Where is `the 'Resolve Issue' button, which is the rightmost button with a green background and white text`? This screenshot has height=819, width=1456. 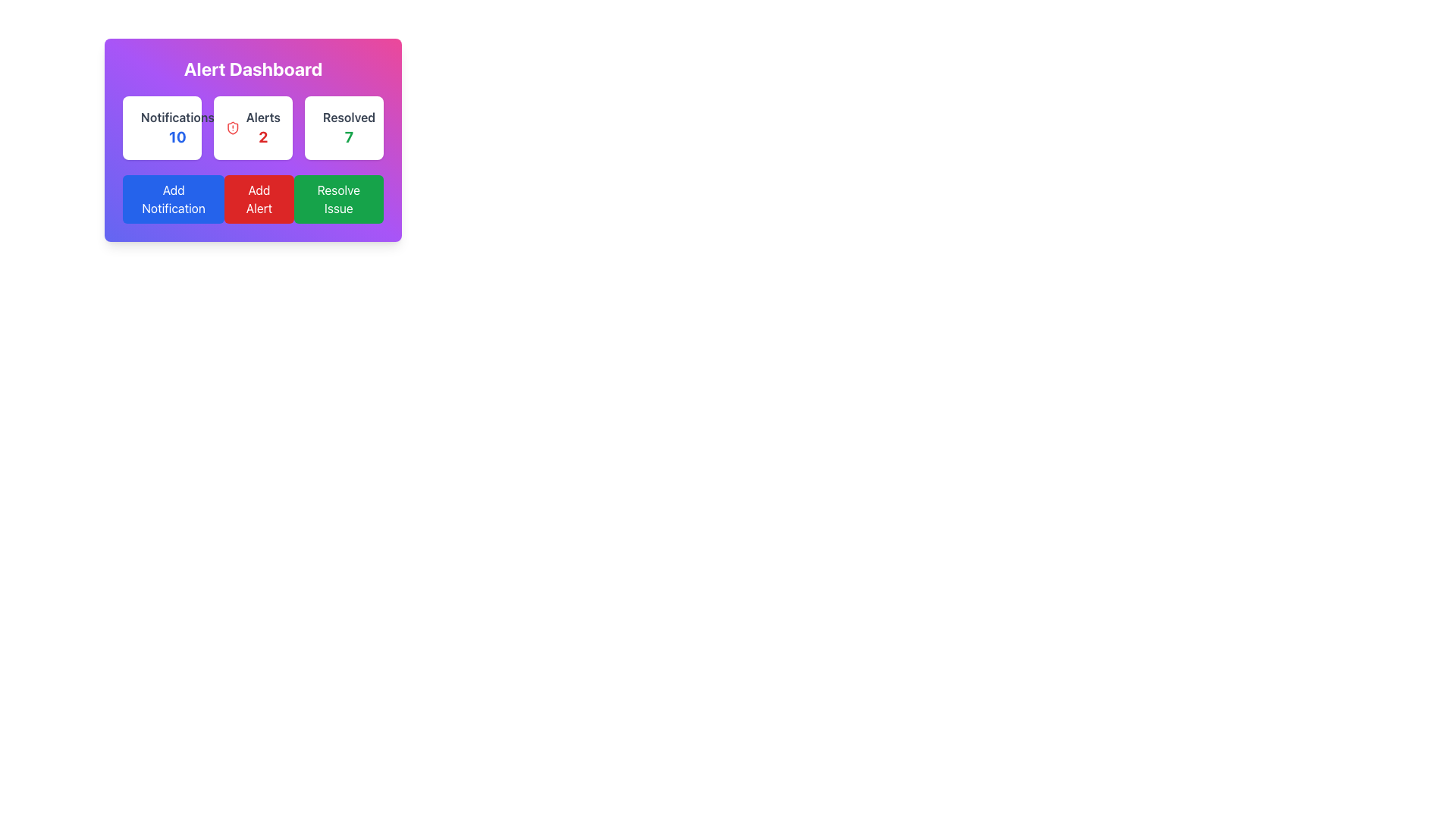
the 'Resolve Issue' button, which is the rightmost button with a green background and white text is located at coordinates (337, 198).